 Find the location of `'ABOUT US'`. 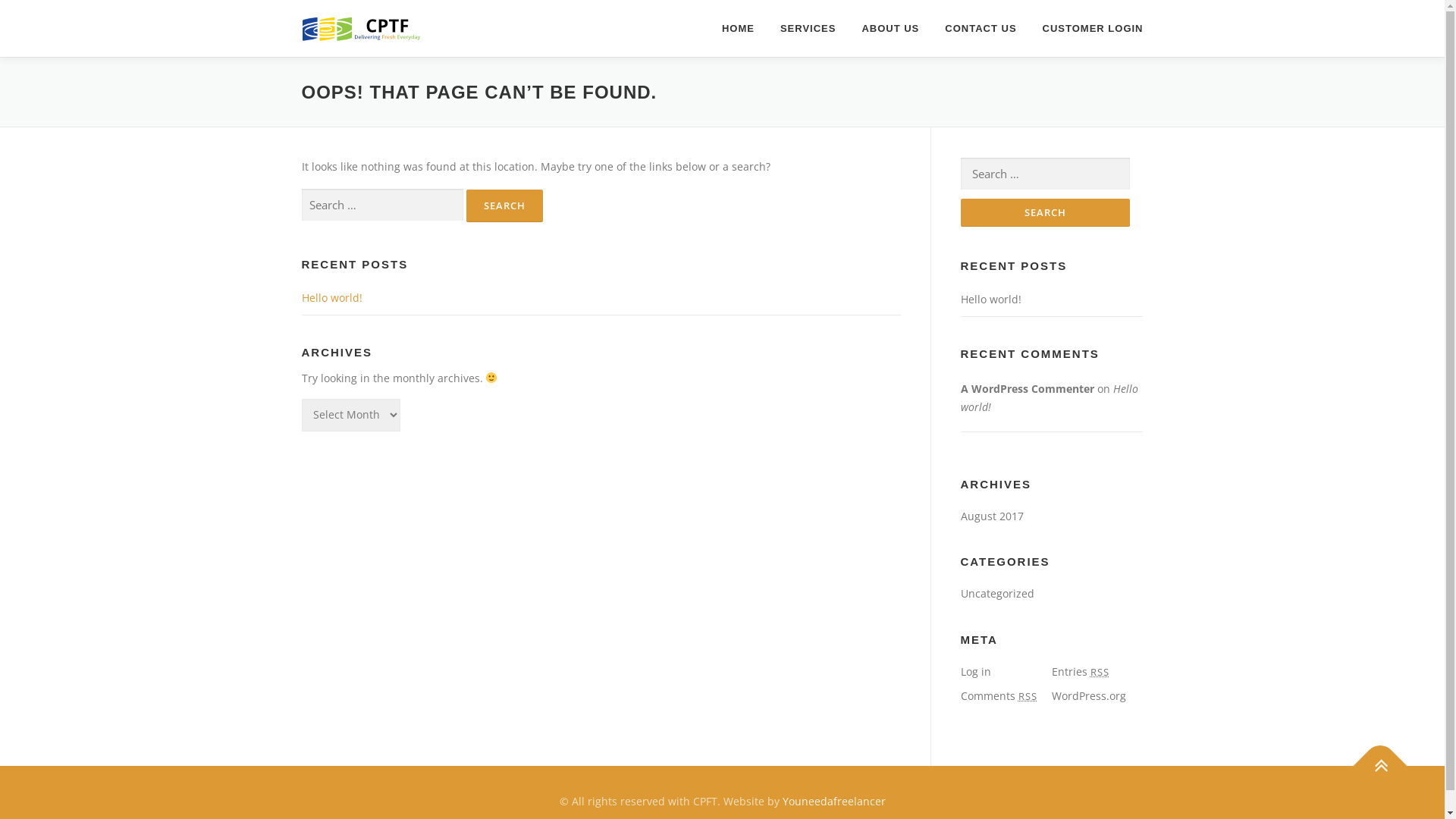

'ABOUT US' is located at coordinates (847, 28).